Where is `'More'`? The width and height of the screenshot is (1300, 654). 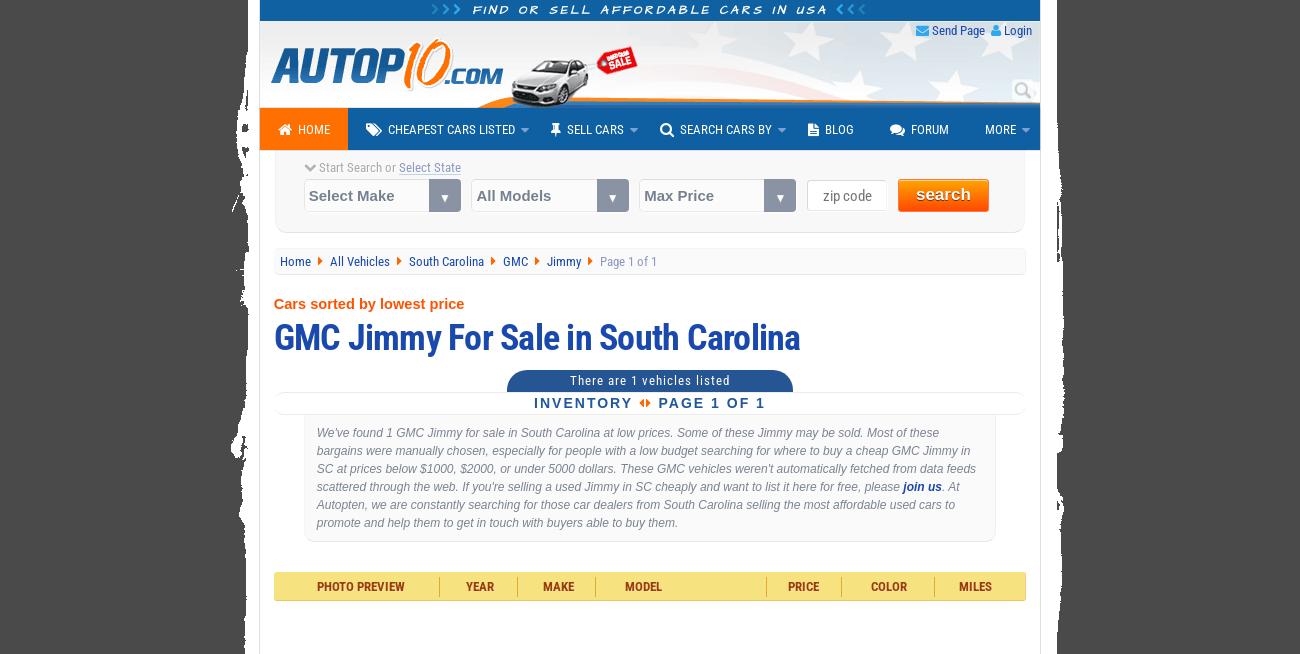 'More' is located at coordinates (999, 129).